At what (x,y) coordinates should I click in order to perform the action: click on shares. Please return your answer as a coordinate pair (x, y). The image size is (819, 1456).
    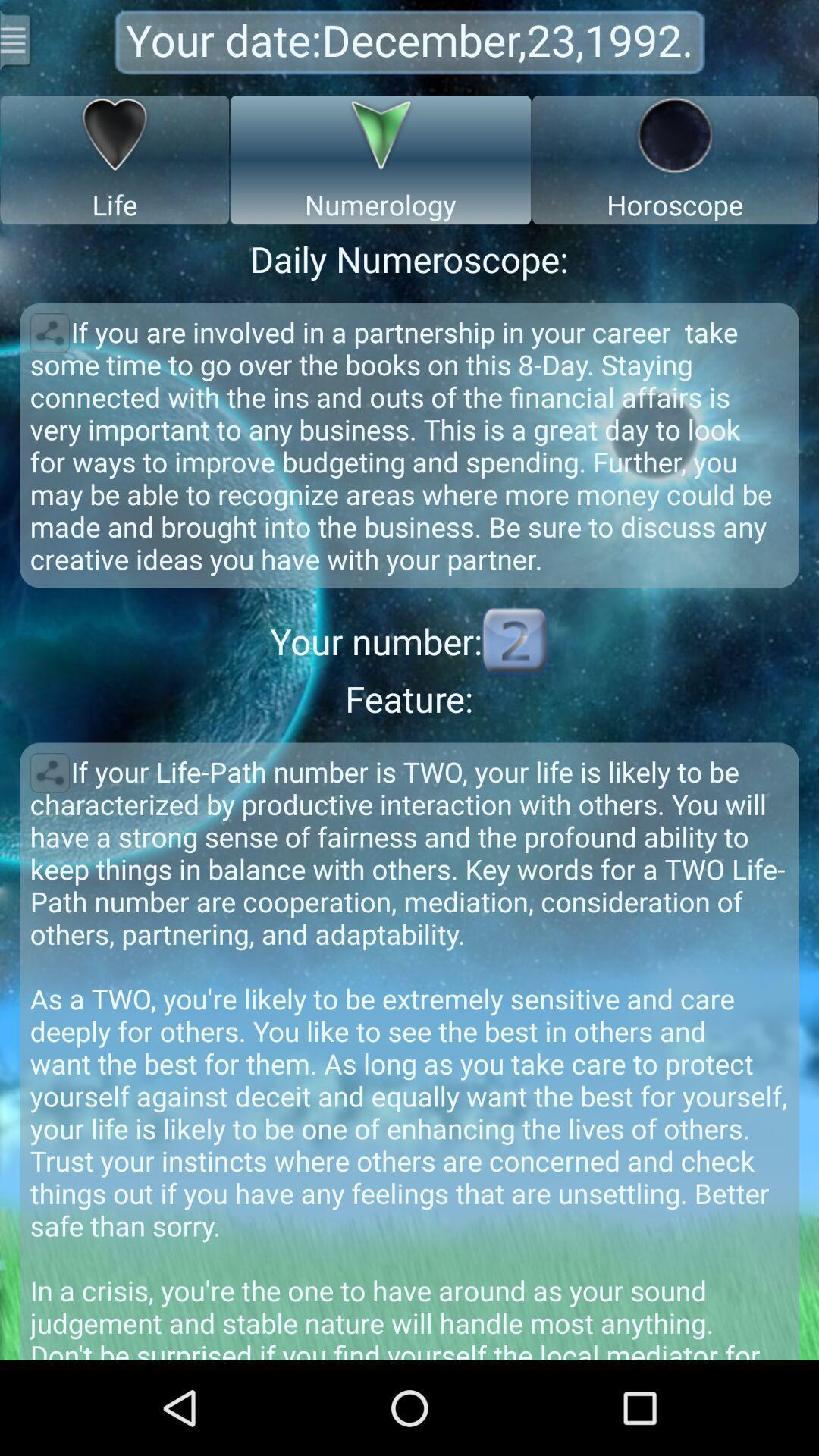
    Looking at the image, I should click on (49, 773).